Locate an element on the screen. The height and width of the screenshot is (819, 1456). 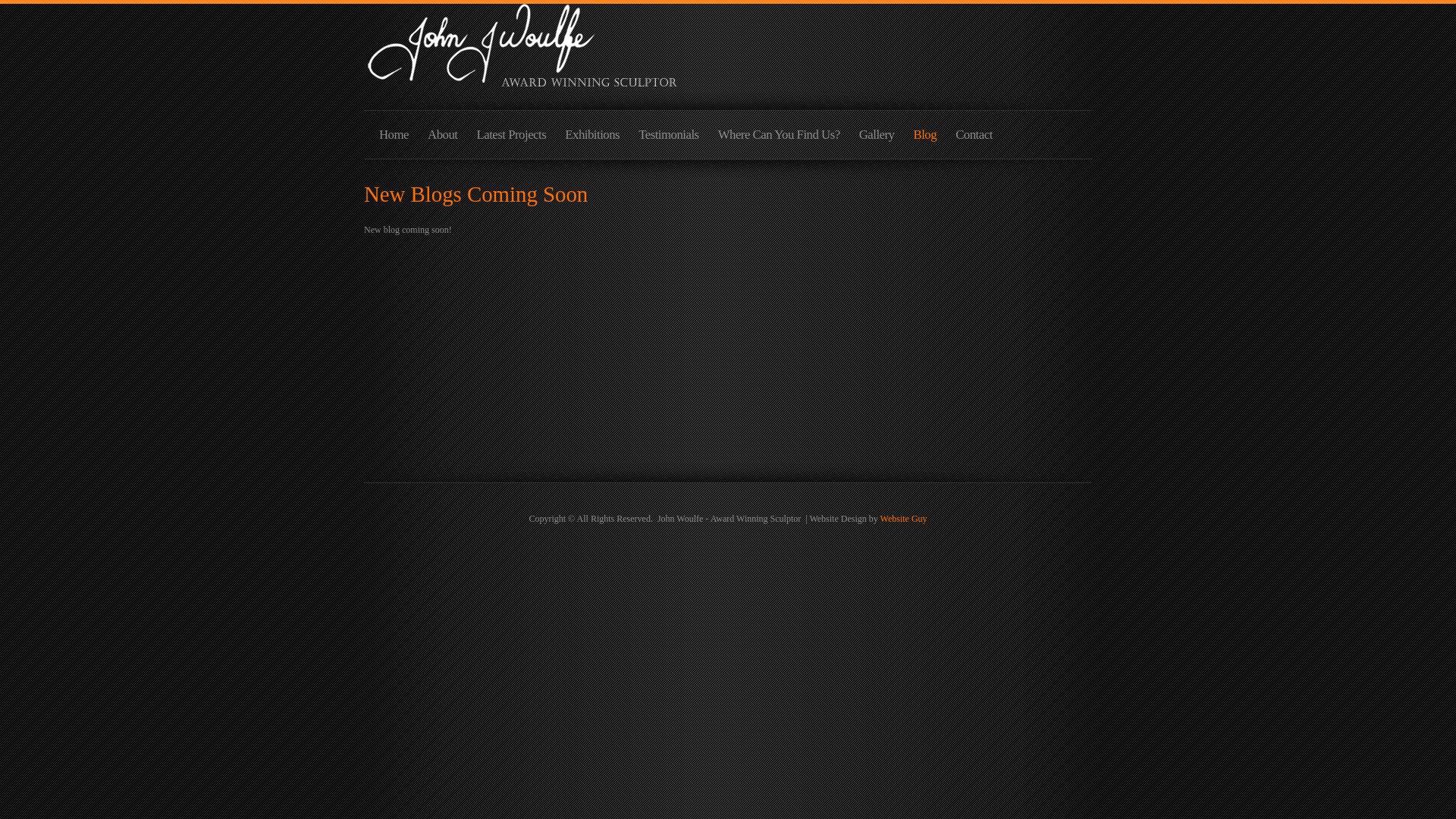
'Where Can You Find Us?' is located at coordinates (779, 139).